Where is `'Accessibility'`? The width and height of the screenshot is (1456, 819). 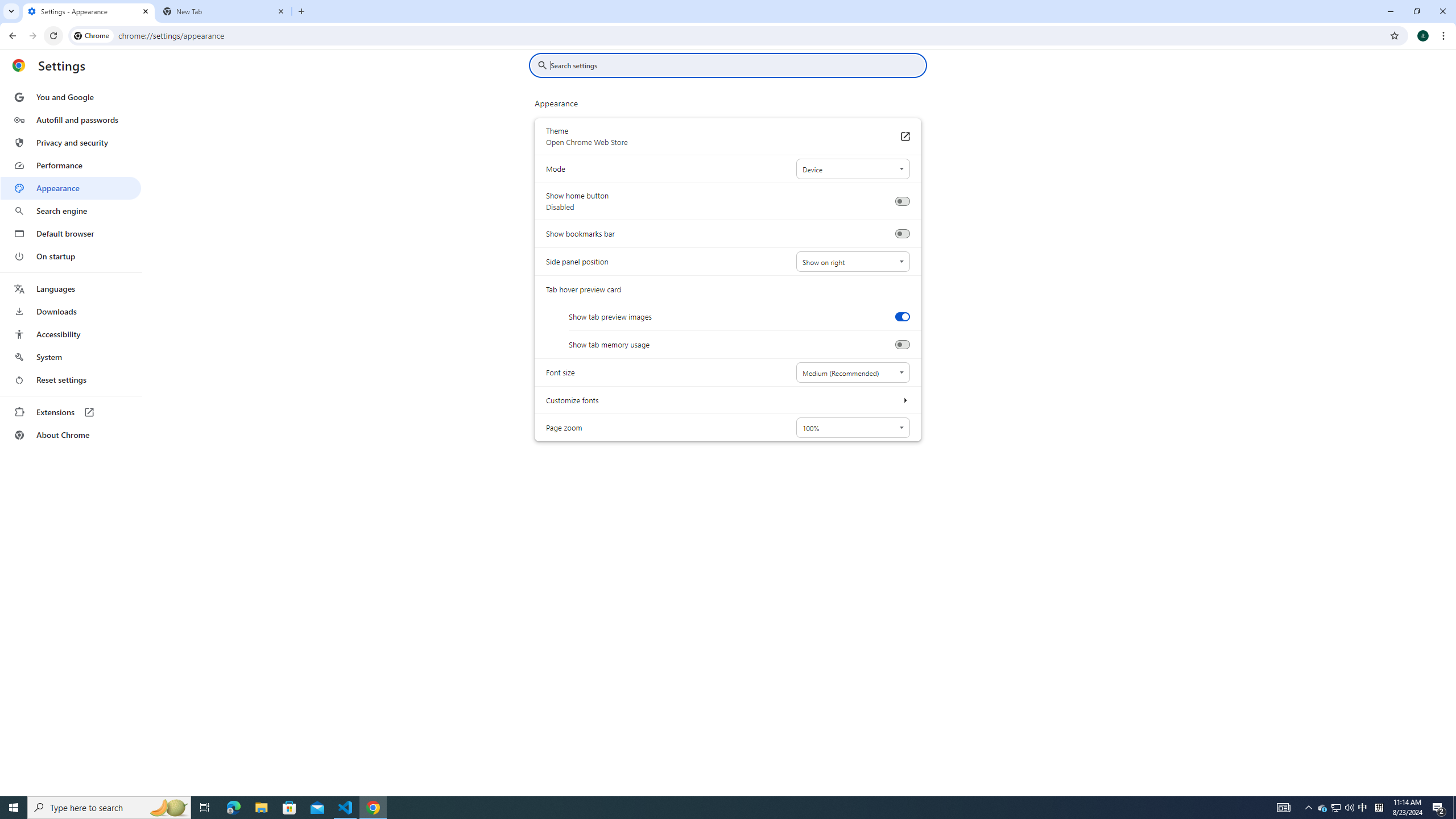
'Accessibility' is located at coordinates (70, 333).